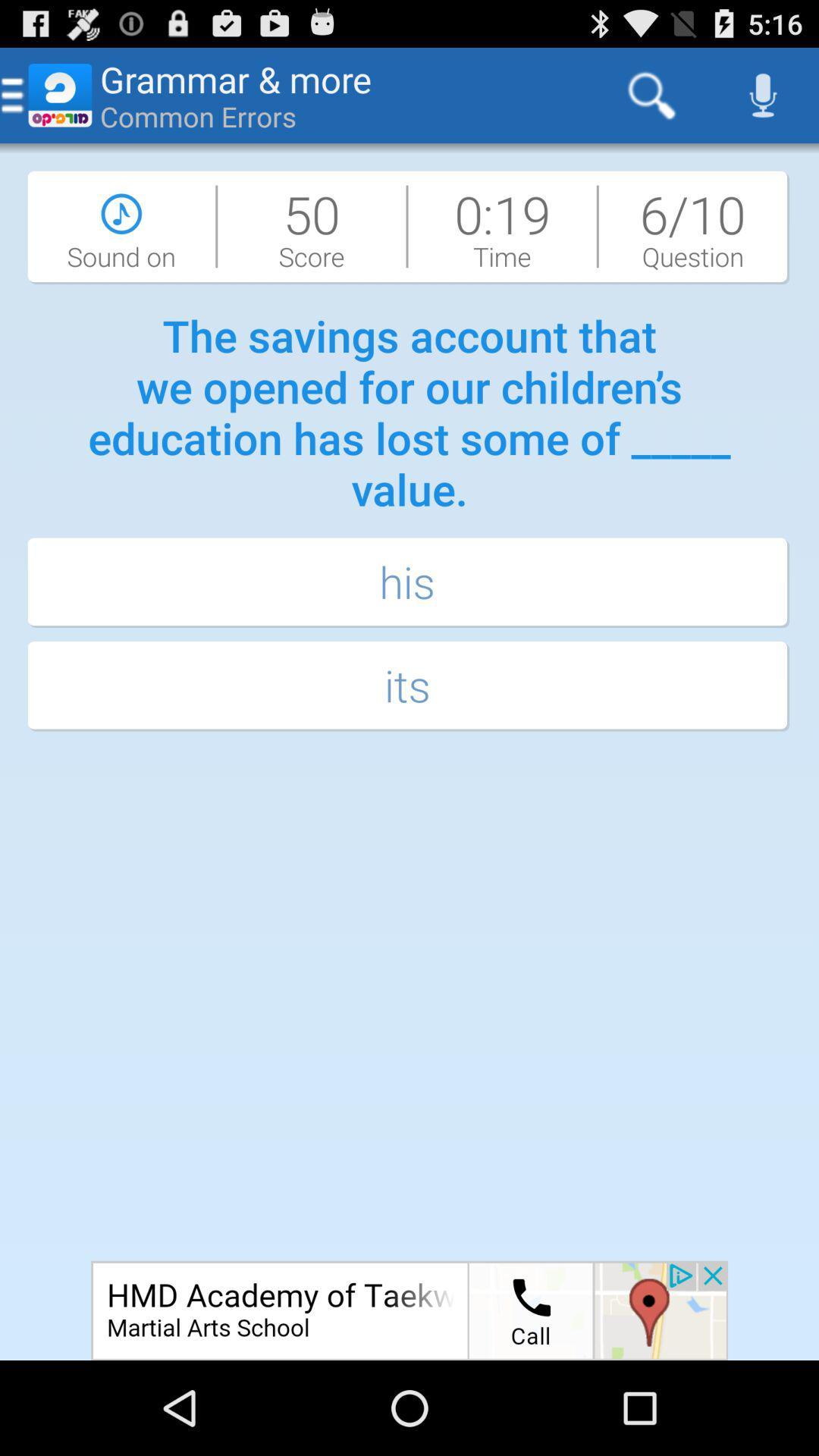  Describe the element at coordinates (409, 686) in the screenshot. I see `its button` at that location.